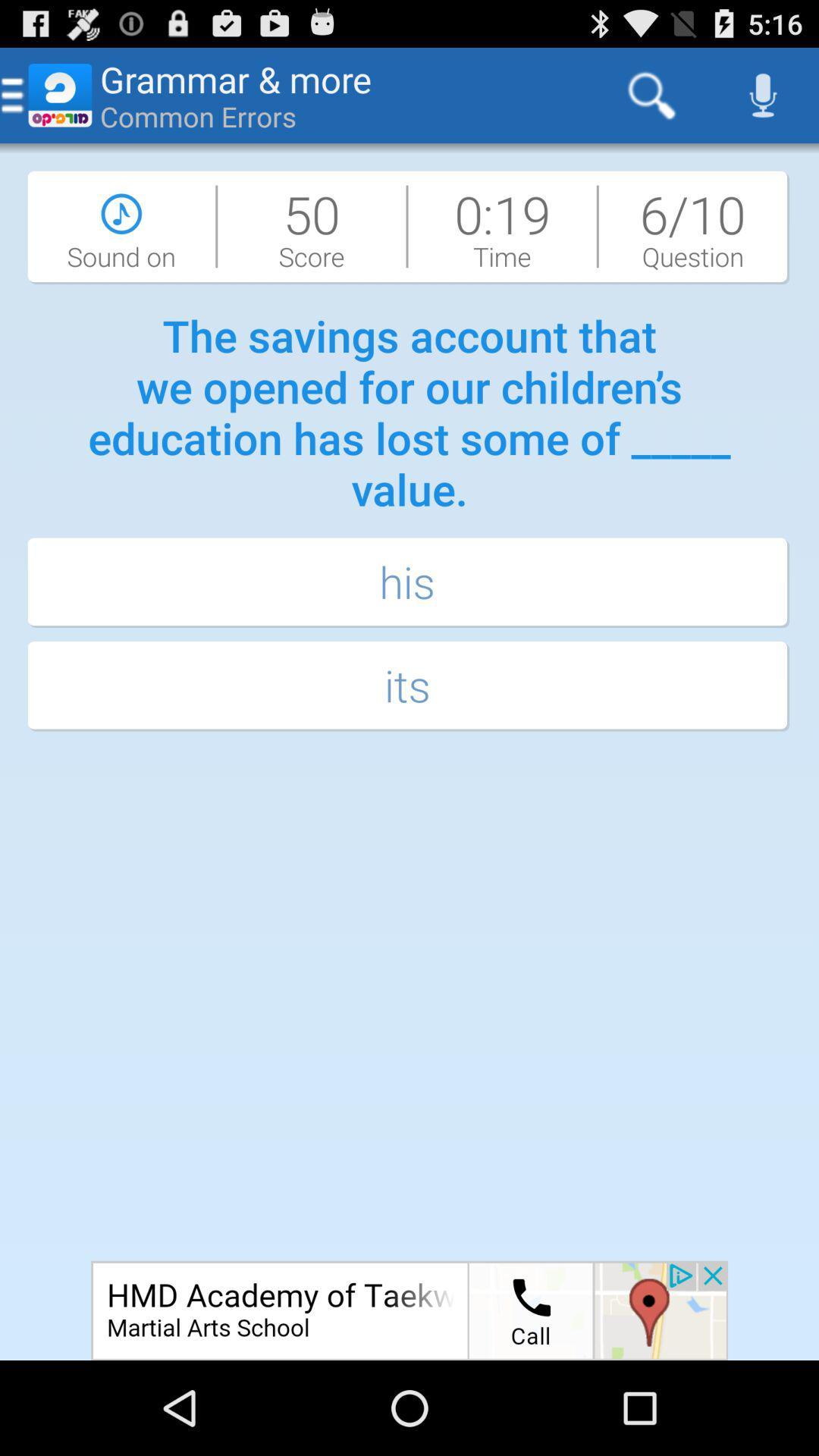  Describe the element at coordinates (409, 686) in the screenshot. I see `its button` at that location.